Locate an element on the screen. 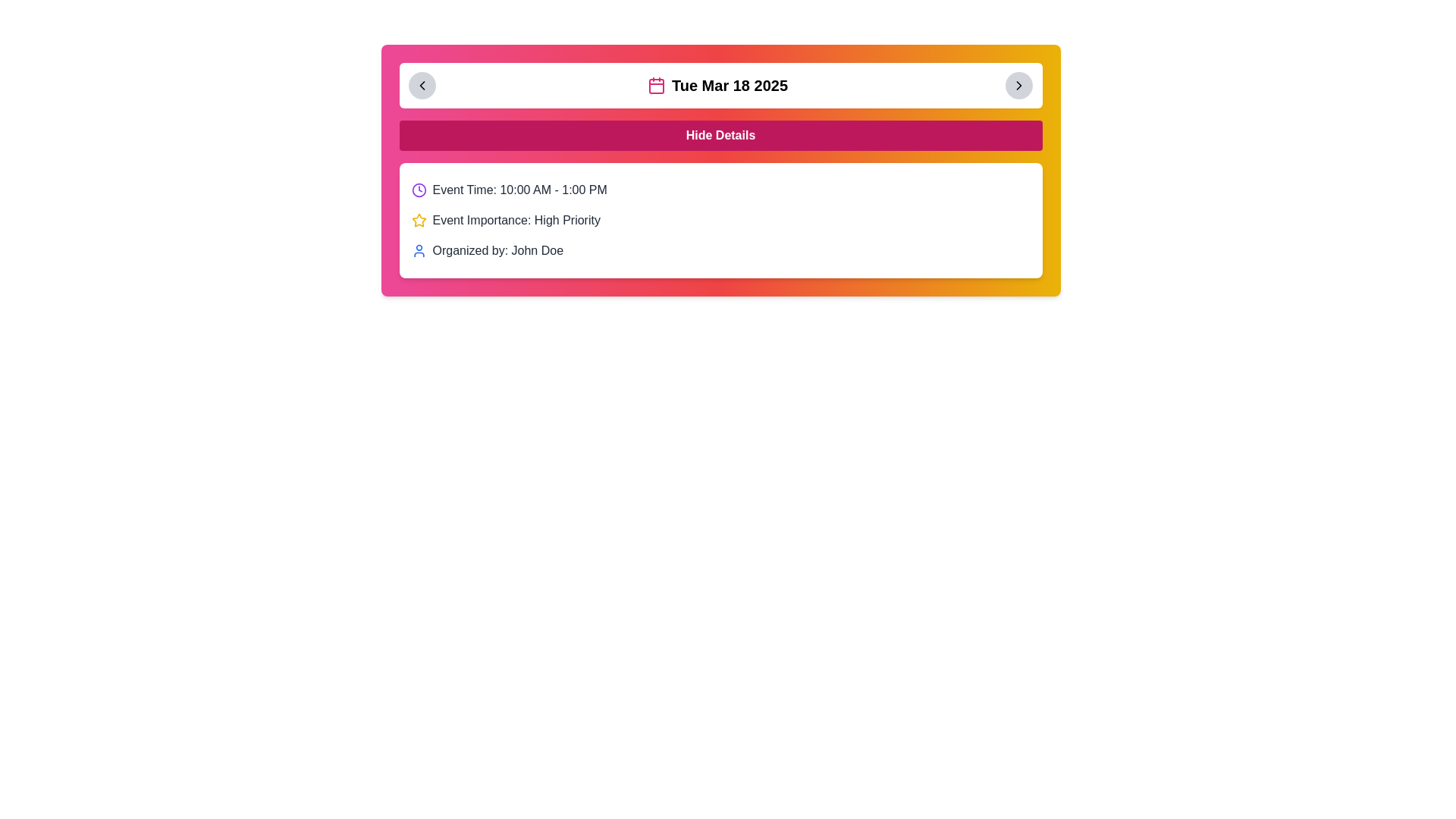 The width and height of the screenshot is (1456, 819). the right navigation button located in the top-right corner of the date and calendar view controls is located at coordinates (1019, 85).